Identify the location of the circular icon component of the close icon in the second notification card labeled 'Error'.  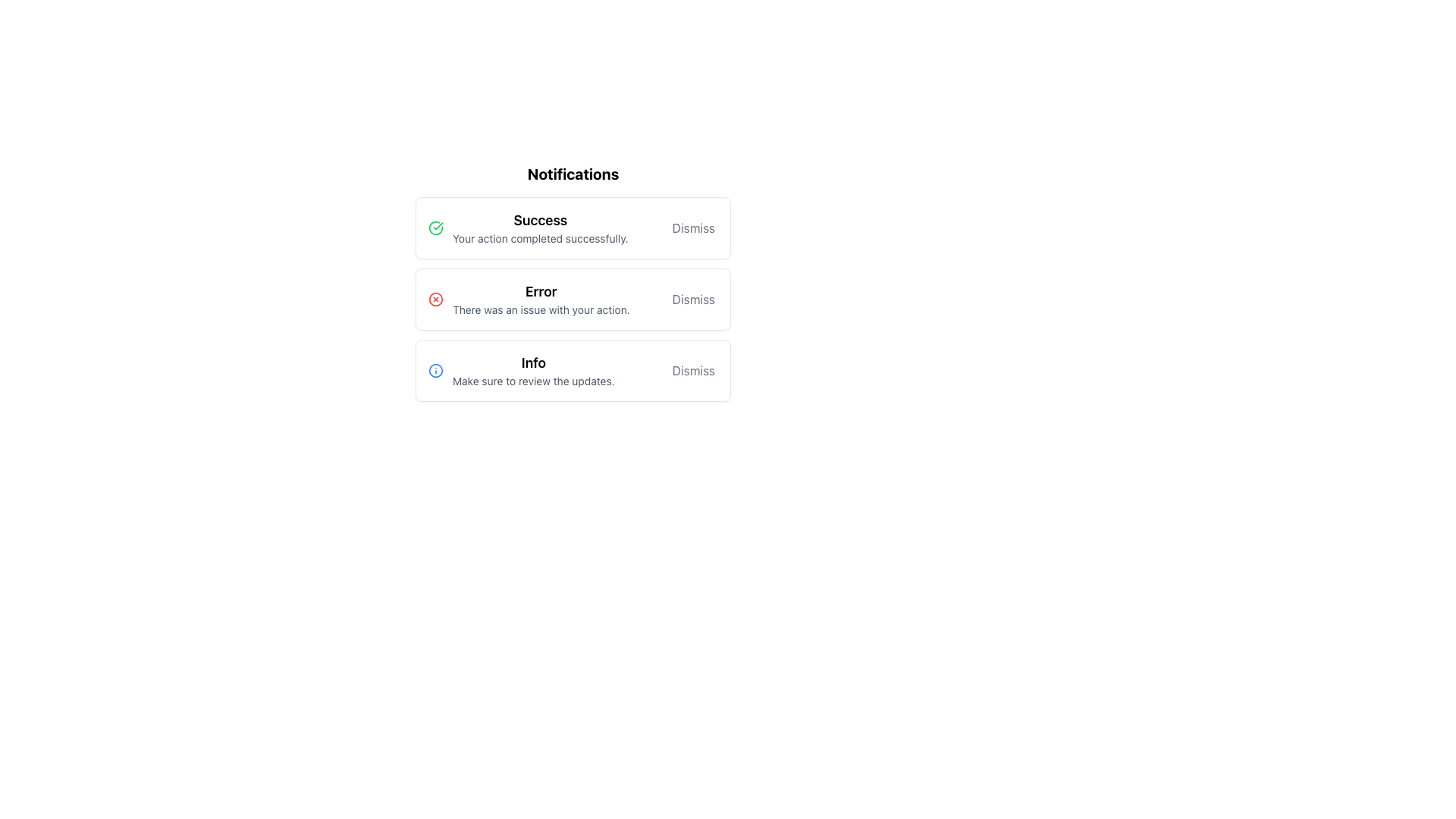
(435, 299).